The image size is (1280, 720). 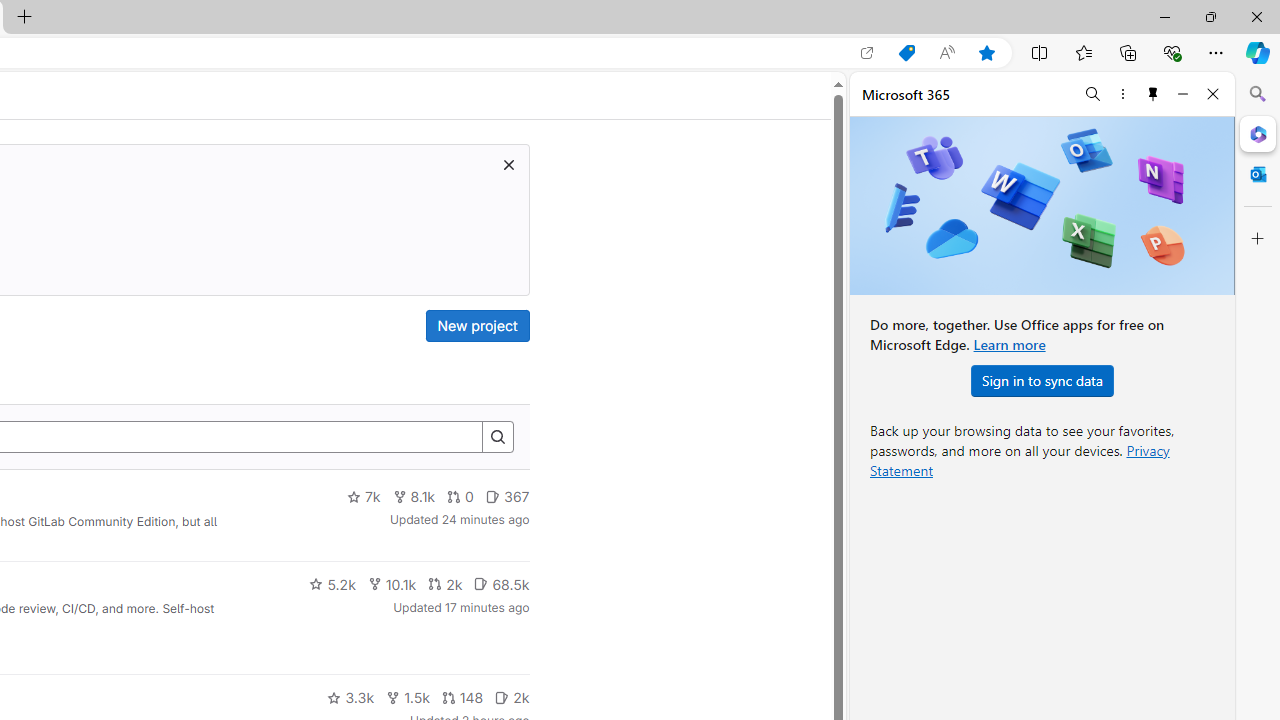 I want to click on 'Class: s16 gl-icon gl-button-icon ', so click(x=508, y=163).